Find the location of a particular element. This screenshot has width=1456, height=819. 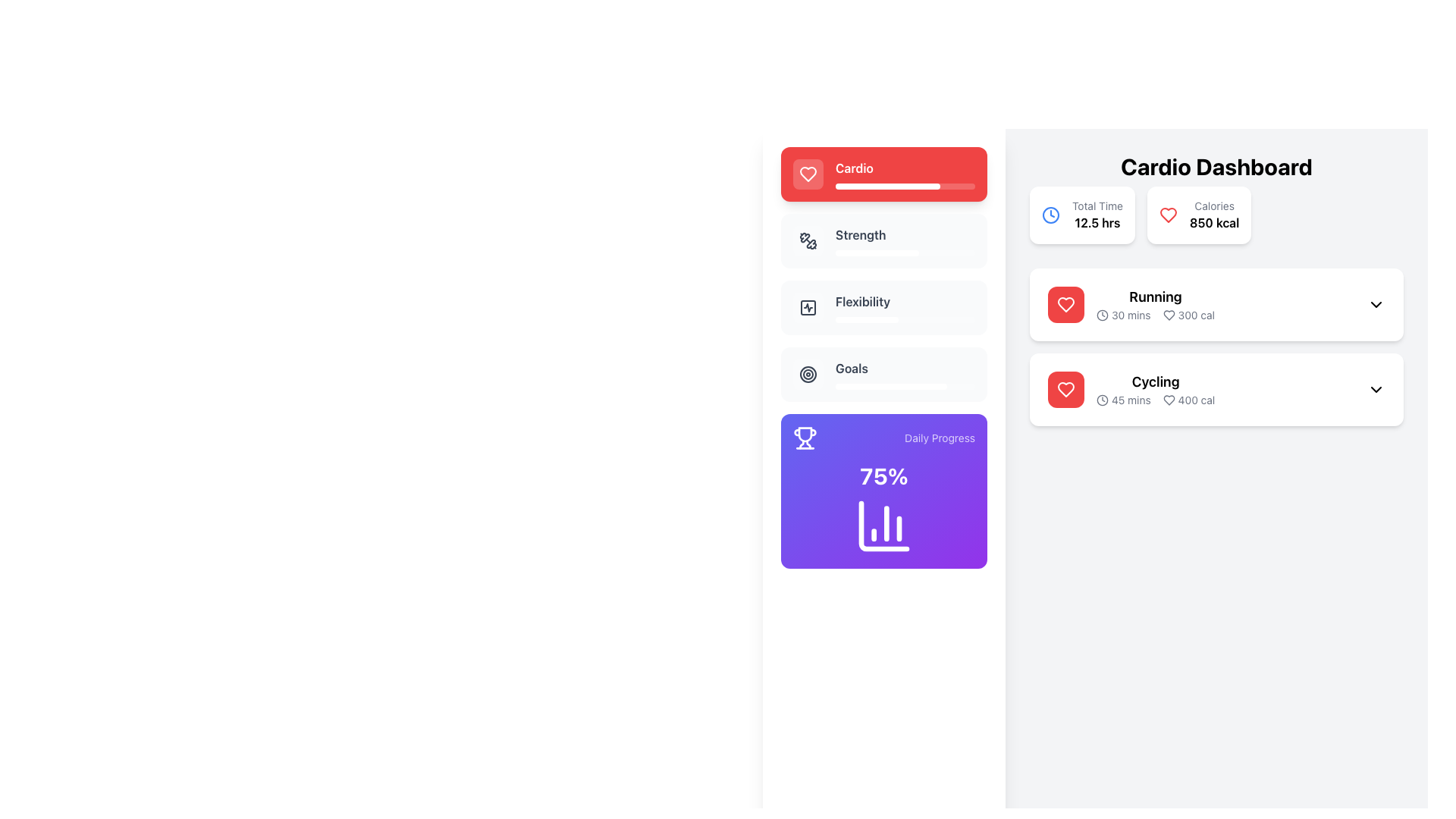

the non-interactive text element displaying the calorie count for the cycling activity located in the bottom card labeled 'Cycling' in the 'Cardio Dashboard' section is located at coordinates (1188, 400).